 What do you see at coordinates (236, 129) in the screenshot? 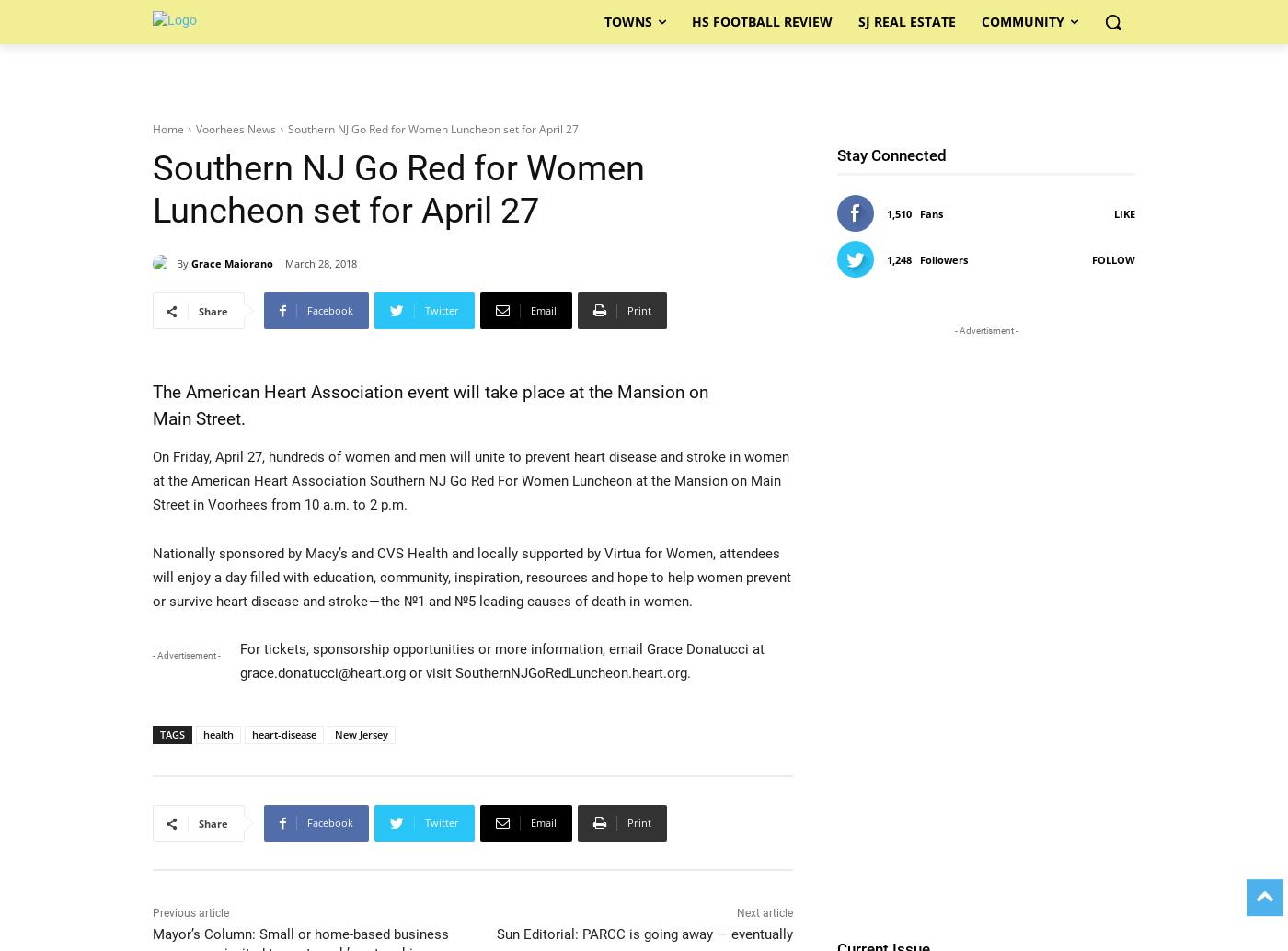
I see `'Voorhees News'` at bounding box center [236, 129].